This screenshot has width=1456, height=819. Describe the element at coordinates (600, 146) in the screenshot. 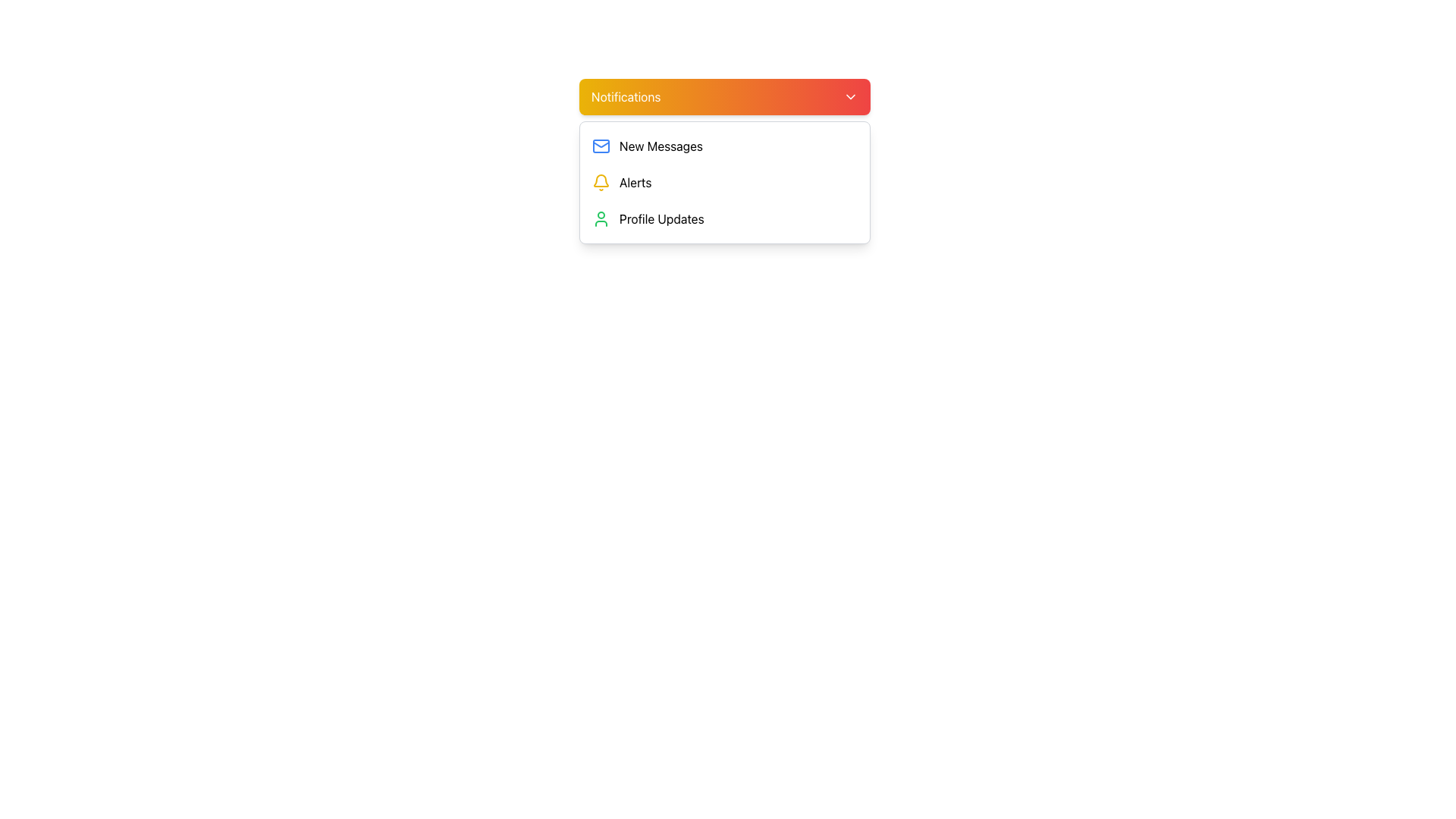

I see `the 'New Messages' icon located in the dropdown menu under 'Notifications', which is the leftmost element preceding the text 'New Messages'` at that location.